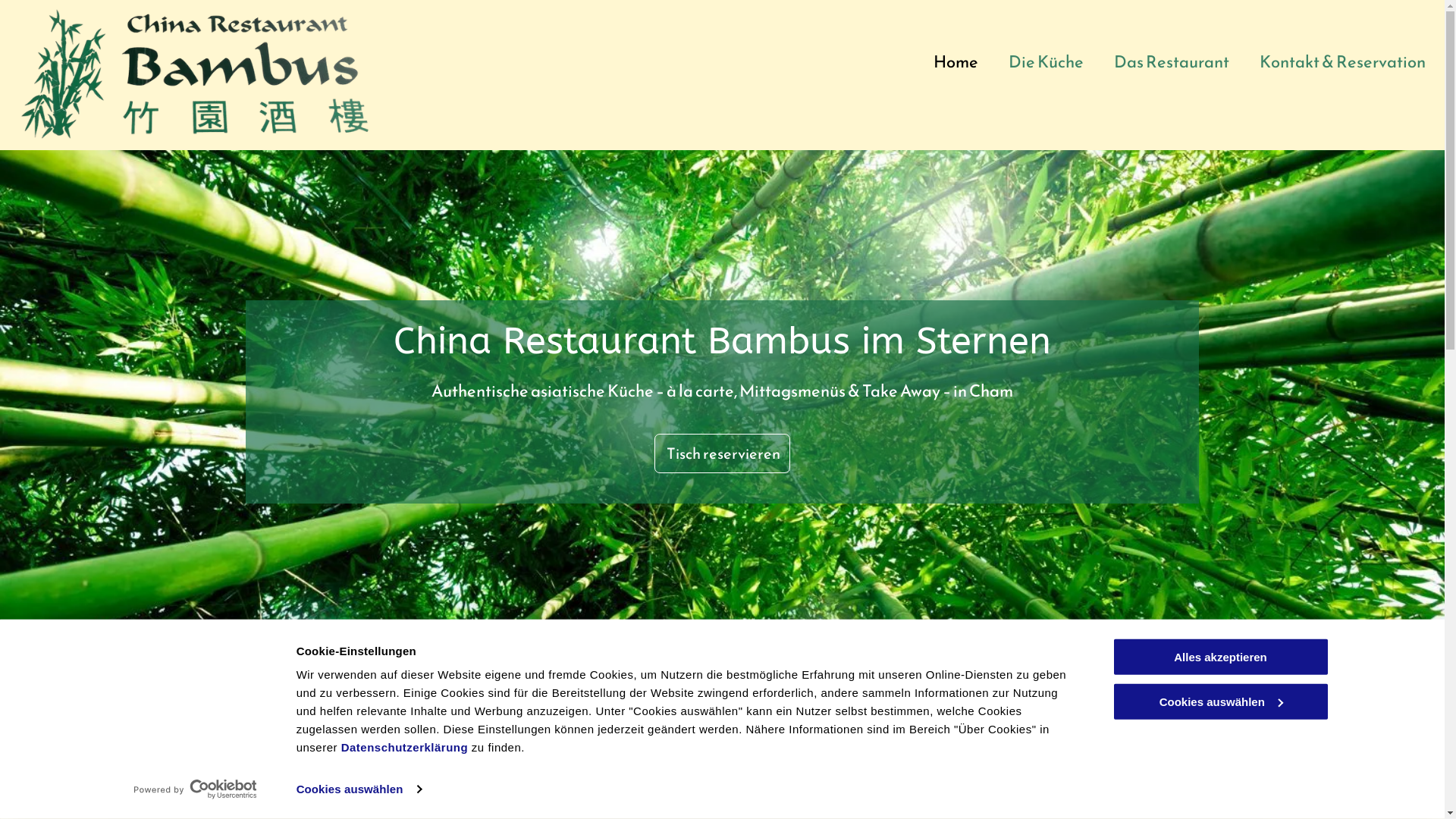  Describe the element at coordinates (1342, 61) in the screenshot. I see `'Kontakt & Reservation'` at that location.